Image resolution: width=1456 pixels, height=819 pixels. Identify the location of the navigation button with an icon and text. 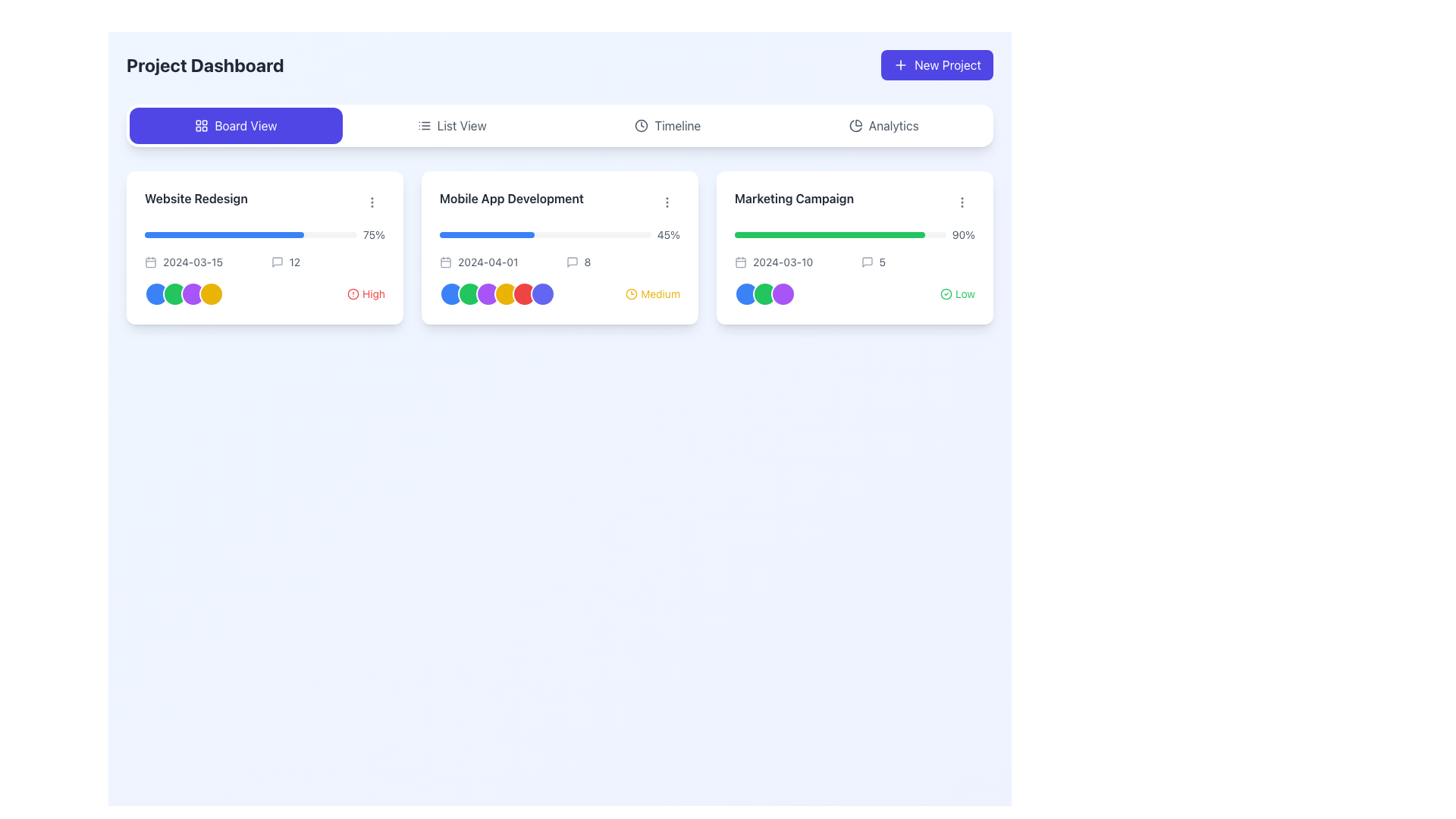
(451, 124).